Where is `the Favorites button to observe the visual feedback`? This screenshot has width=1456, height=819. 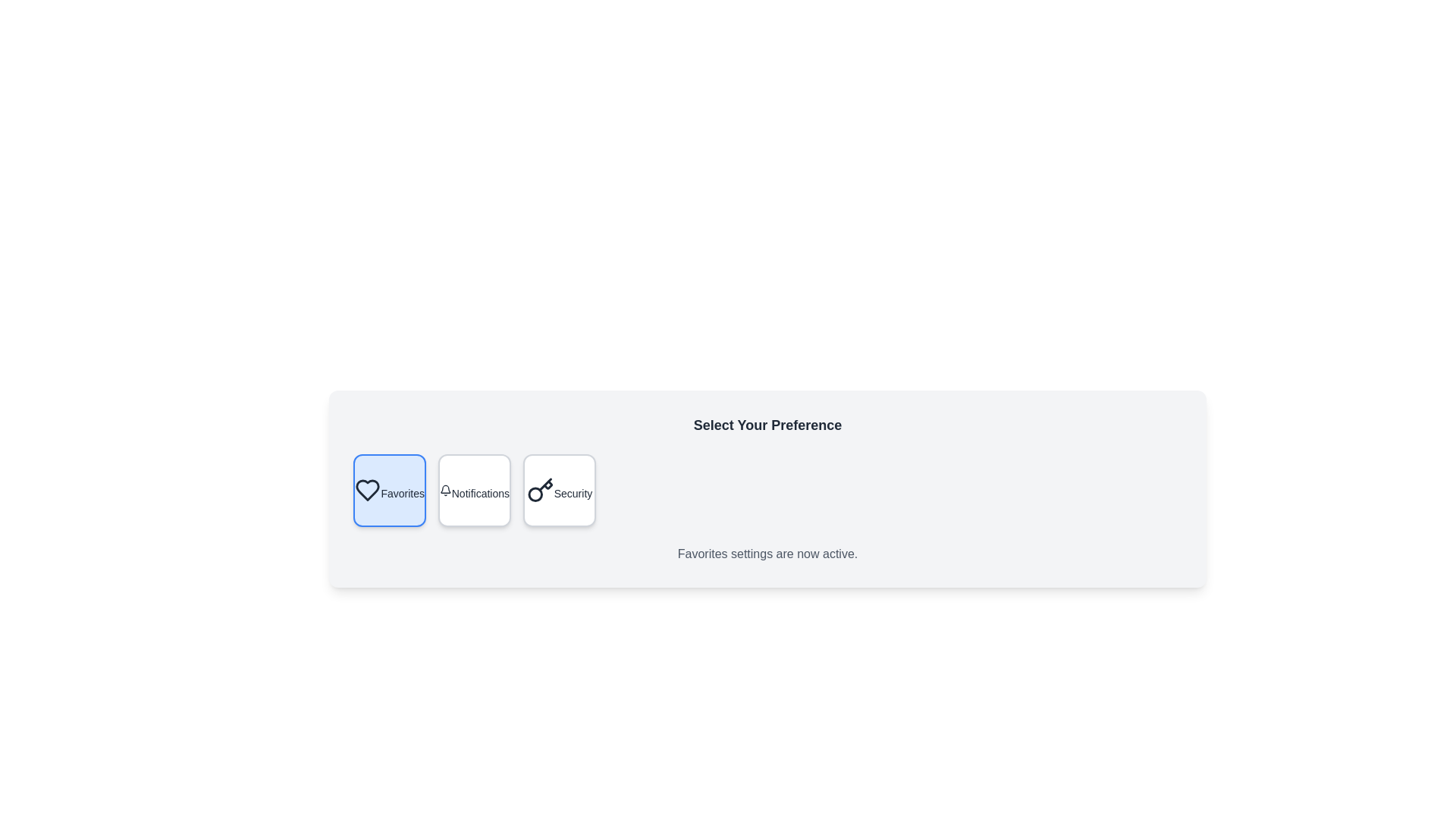 the Favorites button to observe the visual feedback is located at coordinates (389, 491).